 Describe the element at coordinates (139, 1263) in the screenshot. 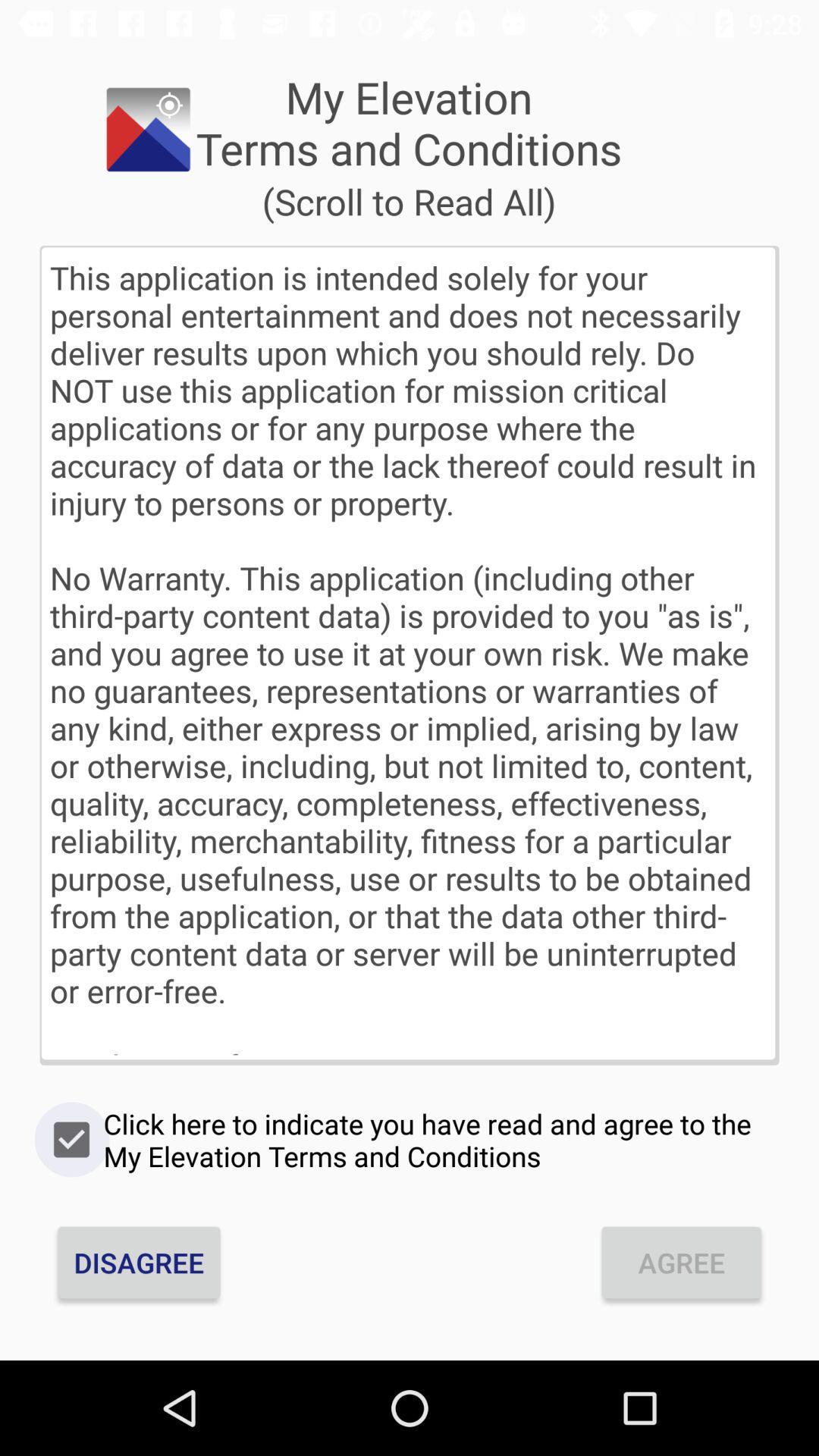

I see `the item to the left of agree` at that location.